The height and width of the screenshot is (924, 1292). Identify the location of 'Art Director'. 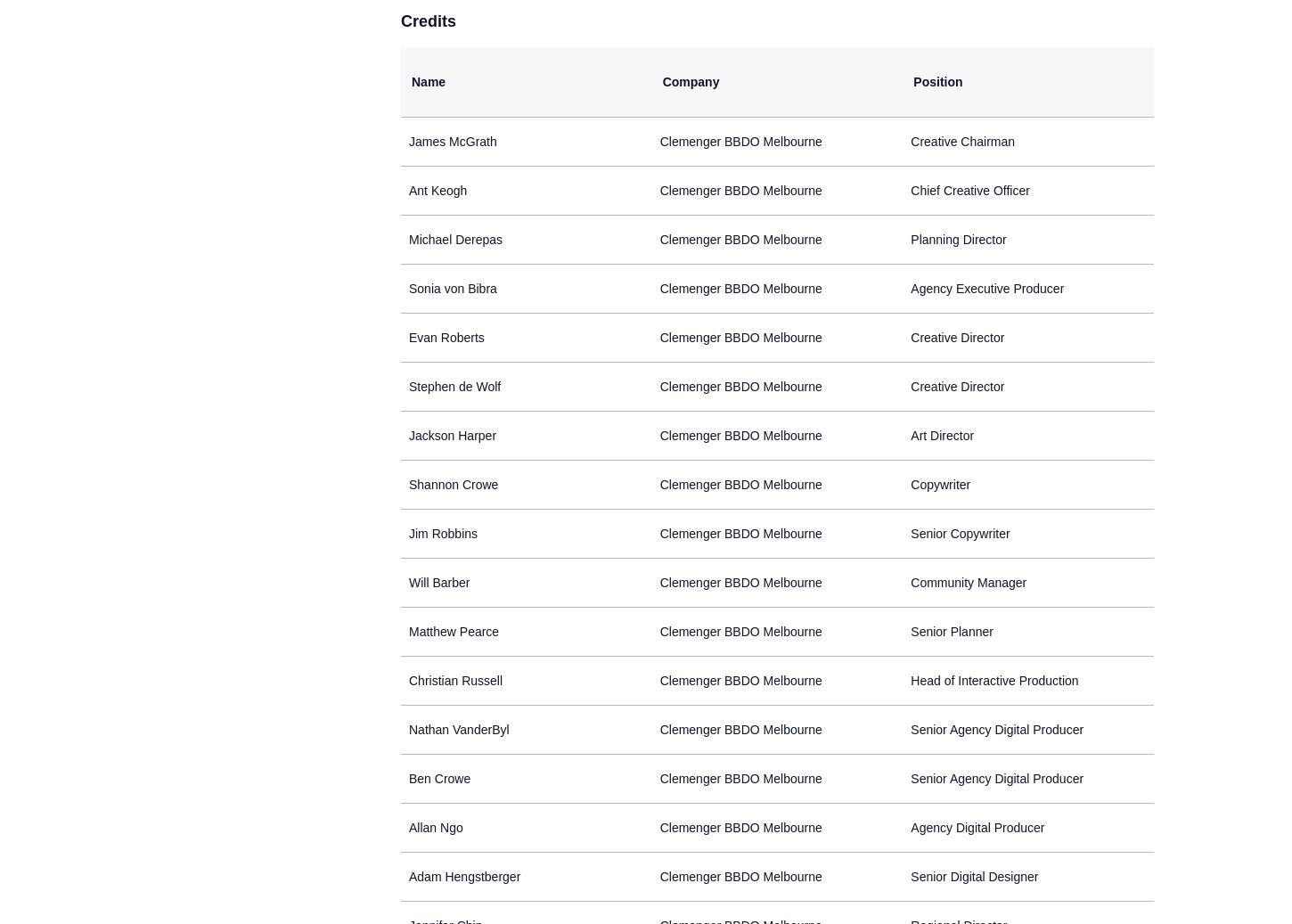
(910, 435).